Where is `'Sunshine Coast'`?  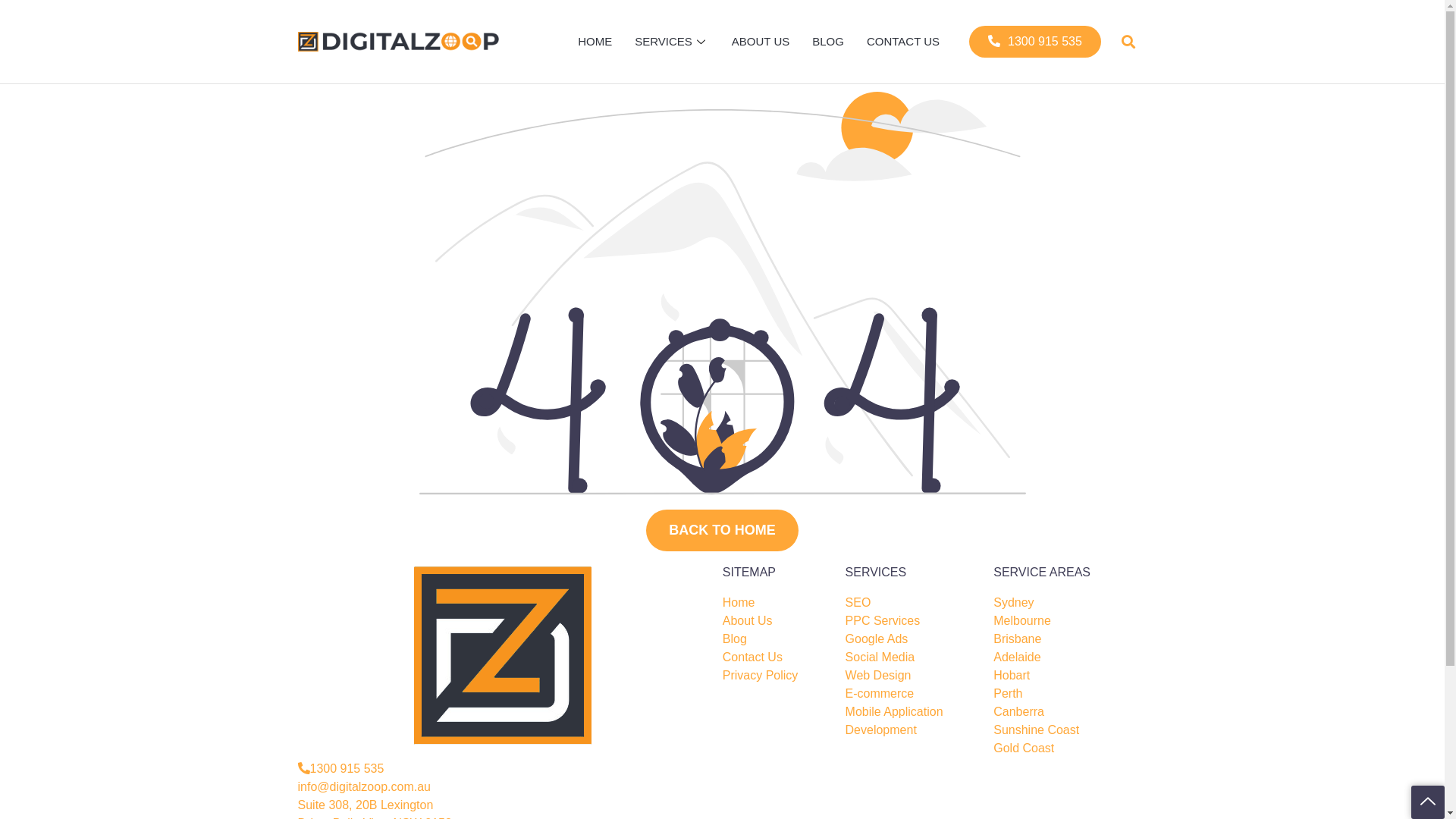 'Sunshine Coast' is located at coordinates (1035, 730).